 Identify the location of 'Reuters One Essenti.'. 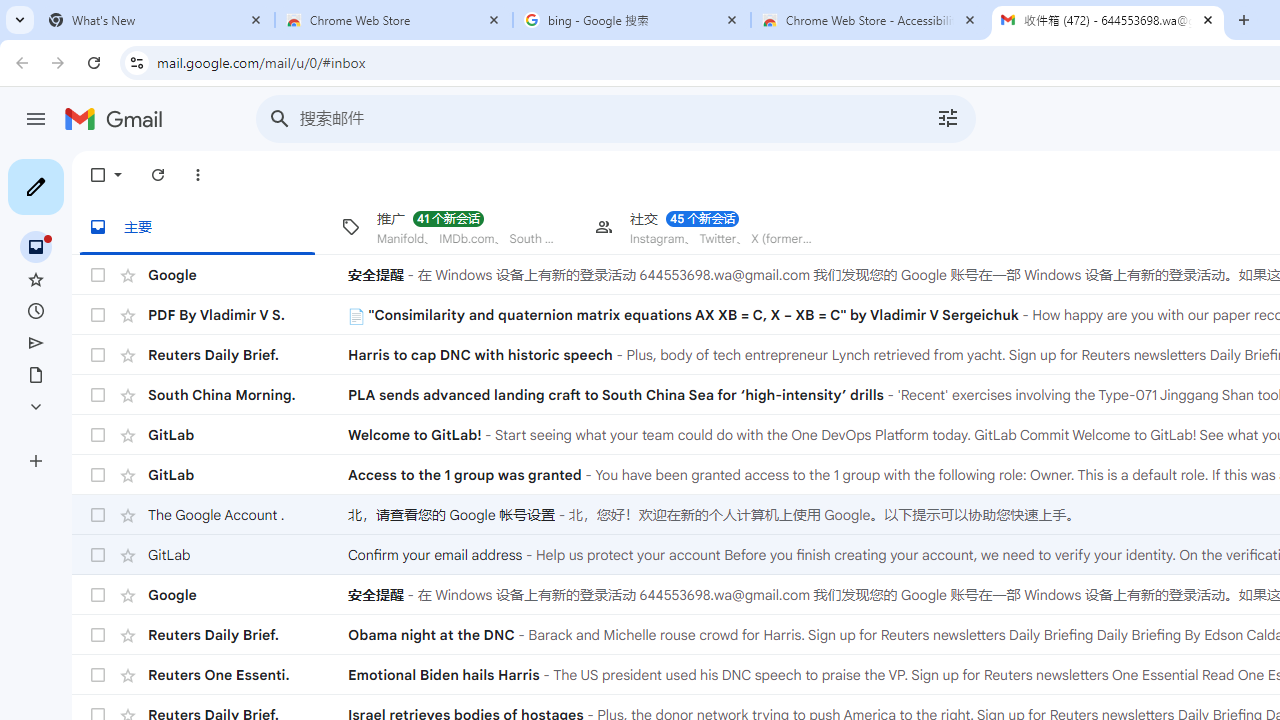
(247, 675).